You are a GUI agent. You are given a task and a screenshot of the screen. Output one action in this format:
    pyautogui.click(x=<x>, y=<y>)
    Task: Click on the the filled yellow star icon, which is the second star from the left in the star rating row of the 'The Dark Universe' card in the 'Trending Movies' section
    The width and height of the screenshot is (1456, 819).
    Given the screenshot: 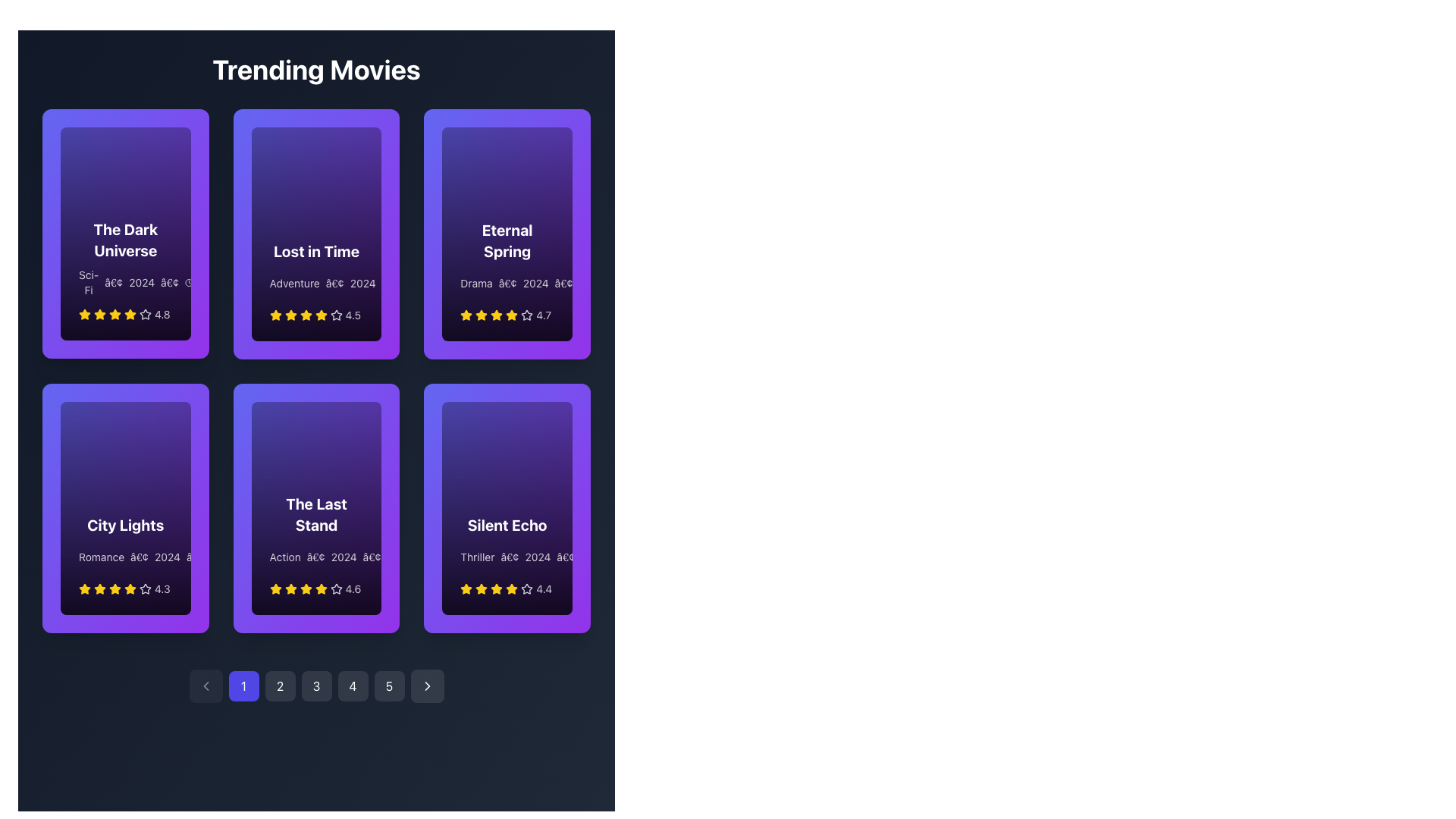 What is the action you would take?
    pyautogui.click(x=115, y=314)
    